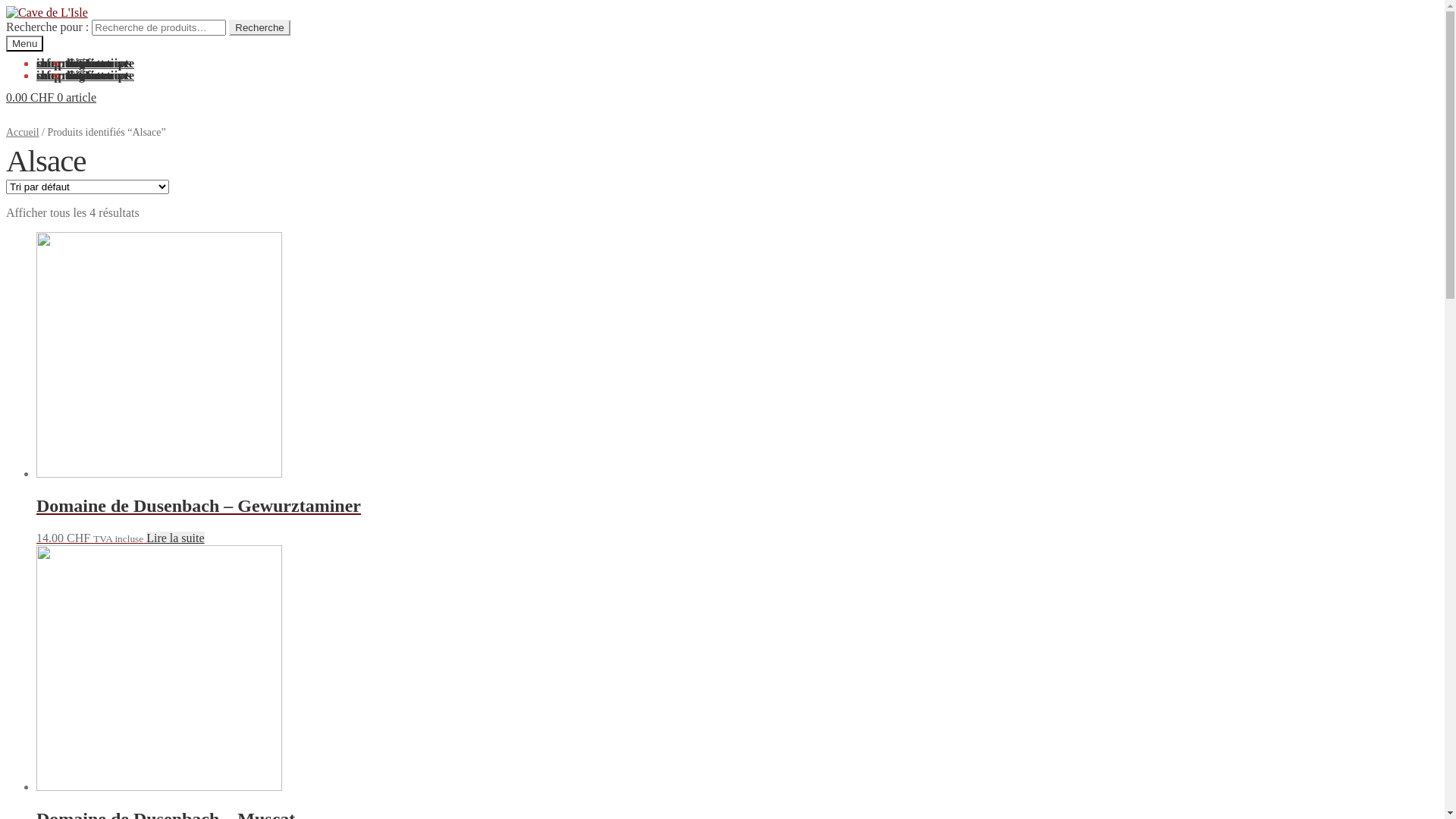 This screenshot has width=1456, height=819. I want to click on 'Accueil', so click(22, 131).